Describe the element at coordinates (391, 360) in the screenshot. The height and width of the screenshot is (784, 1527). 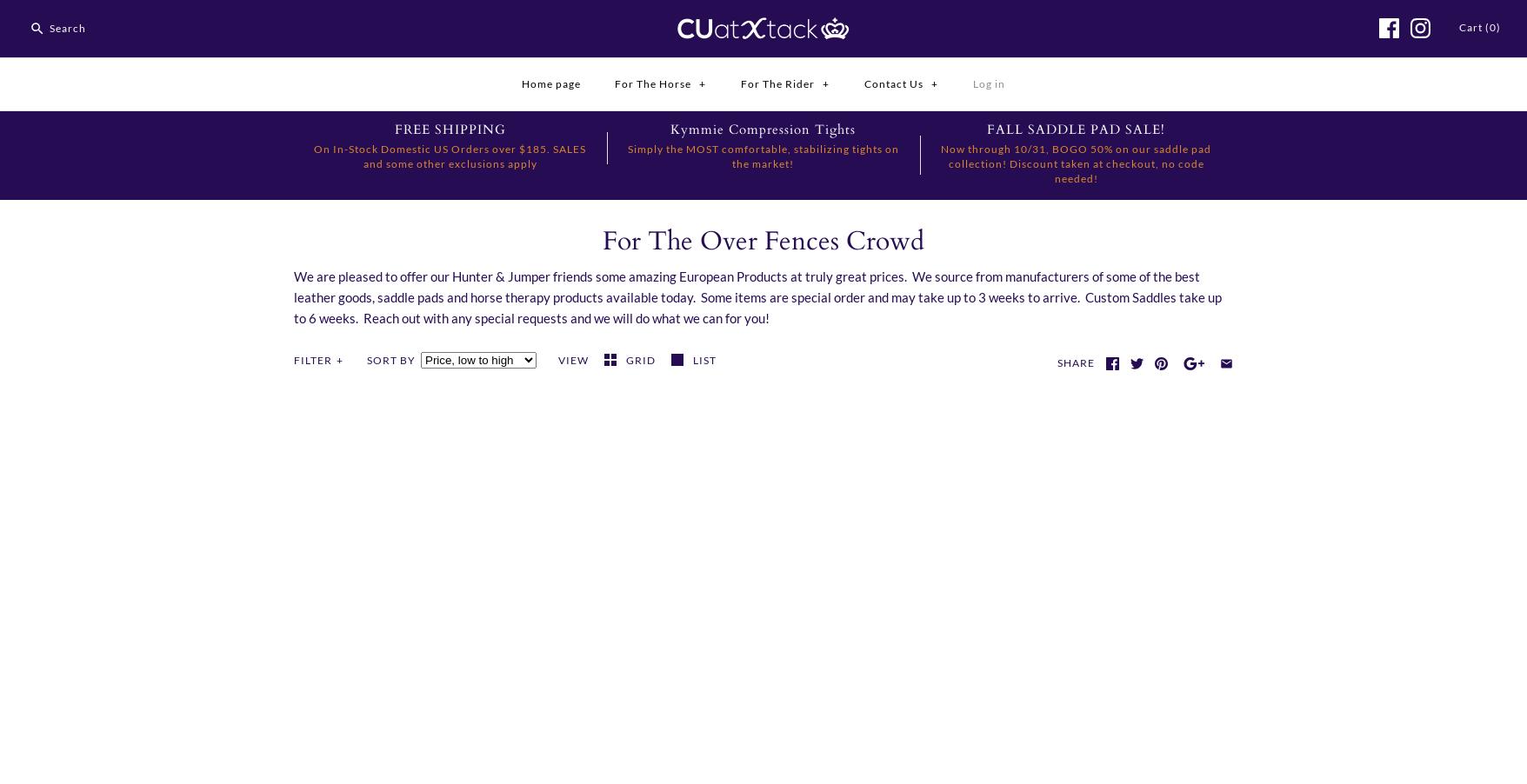
I see `'Sort by'` at that location.